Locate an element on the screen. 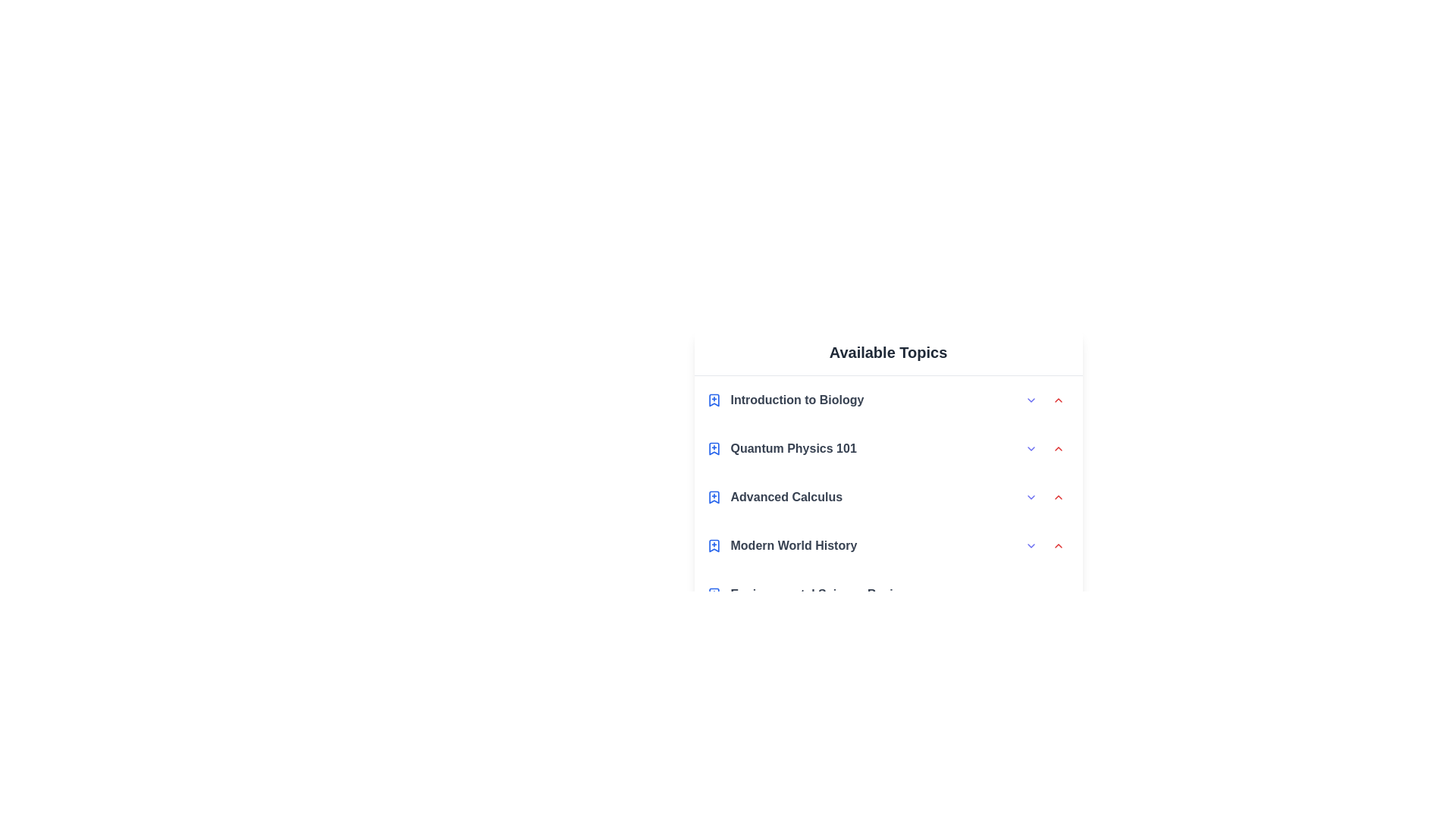 The height and width of the screenshot is (819, 1456). the topic Environmental Science Basics to highlight it is located at coordinates (888, 593).